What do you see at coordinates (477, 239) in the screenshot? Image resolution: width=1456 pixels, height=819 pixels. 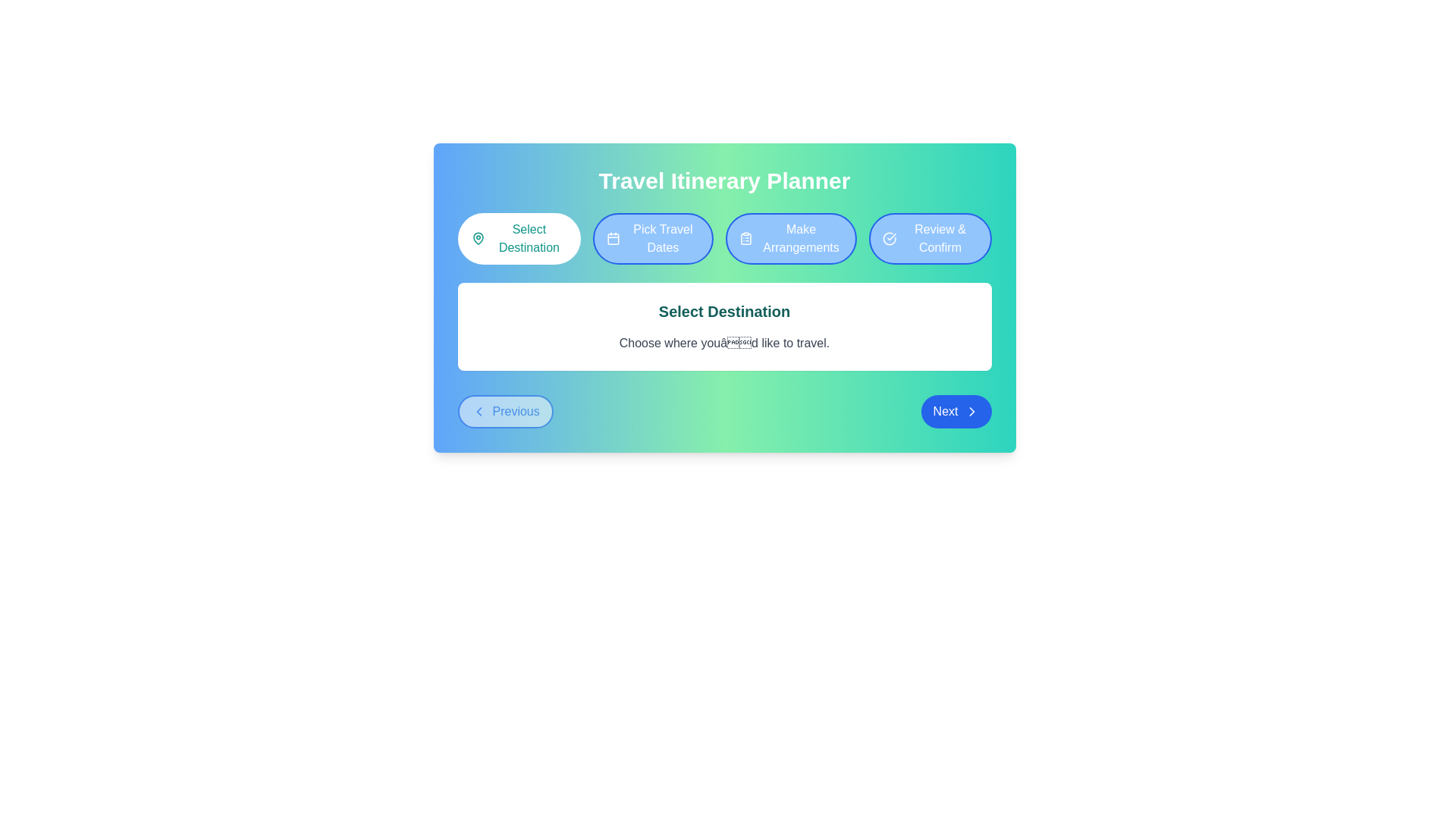 I see `the map pin icon with a teal outline located to the left of the 'Select Destination' label within the button` at bounding box center [477, 239].